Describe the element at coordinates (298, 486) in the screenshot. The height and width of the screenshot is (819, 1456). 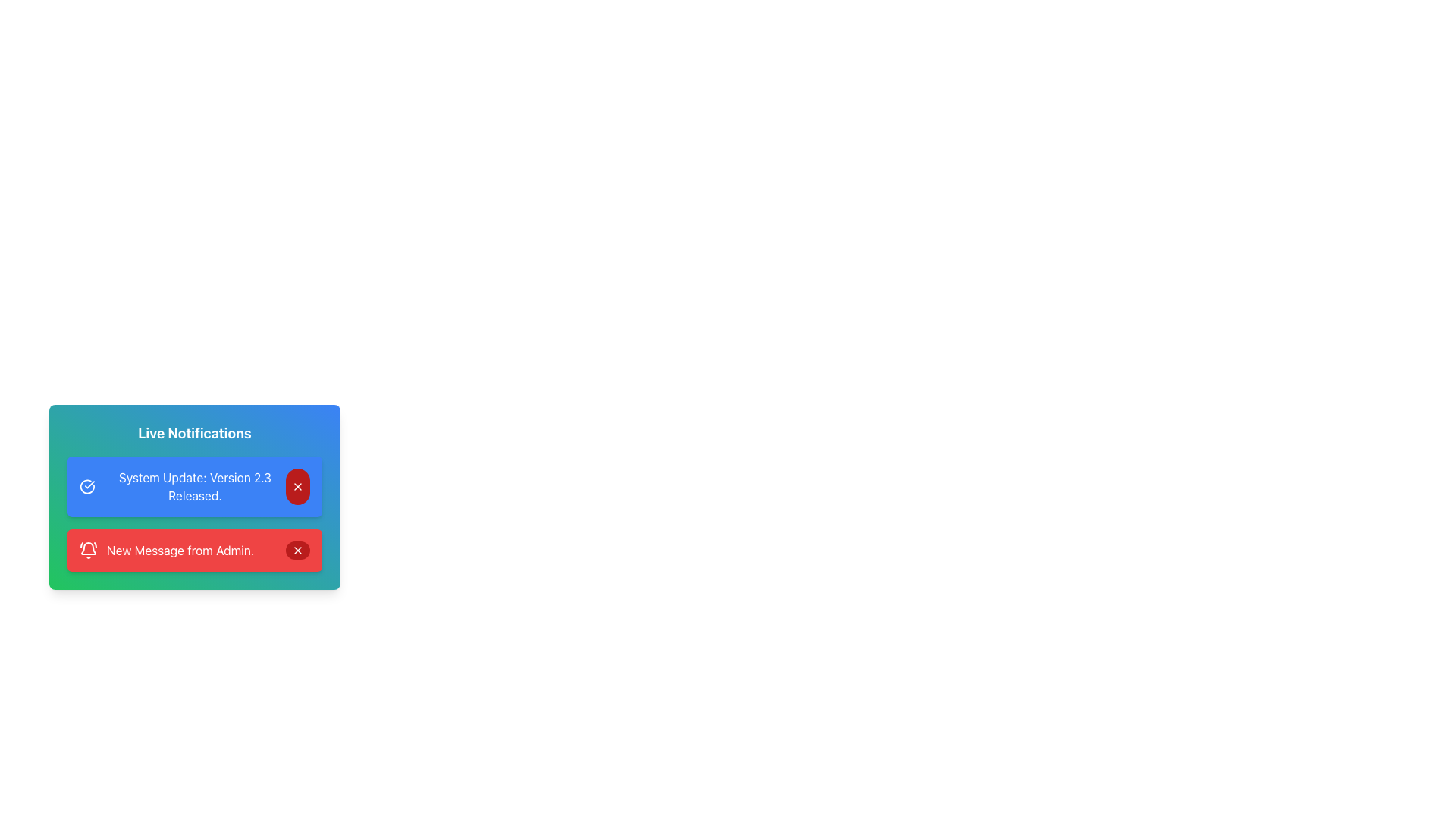
I see `the small, pill-shaped red button with an 'X' icon in the notification labeled 'System Update: Version 2.3 Released.'` at that location.